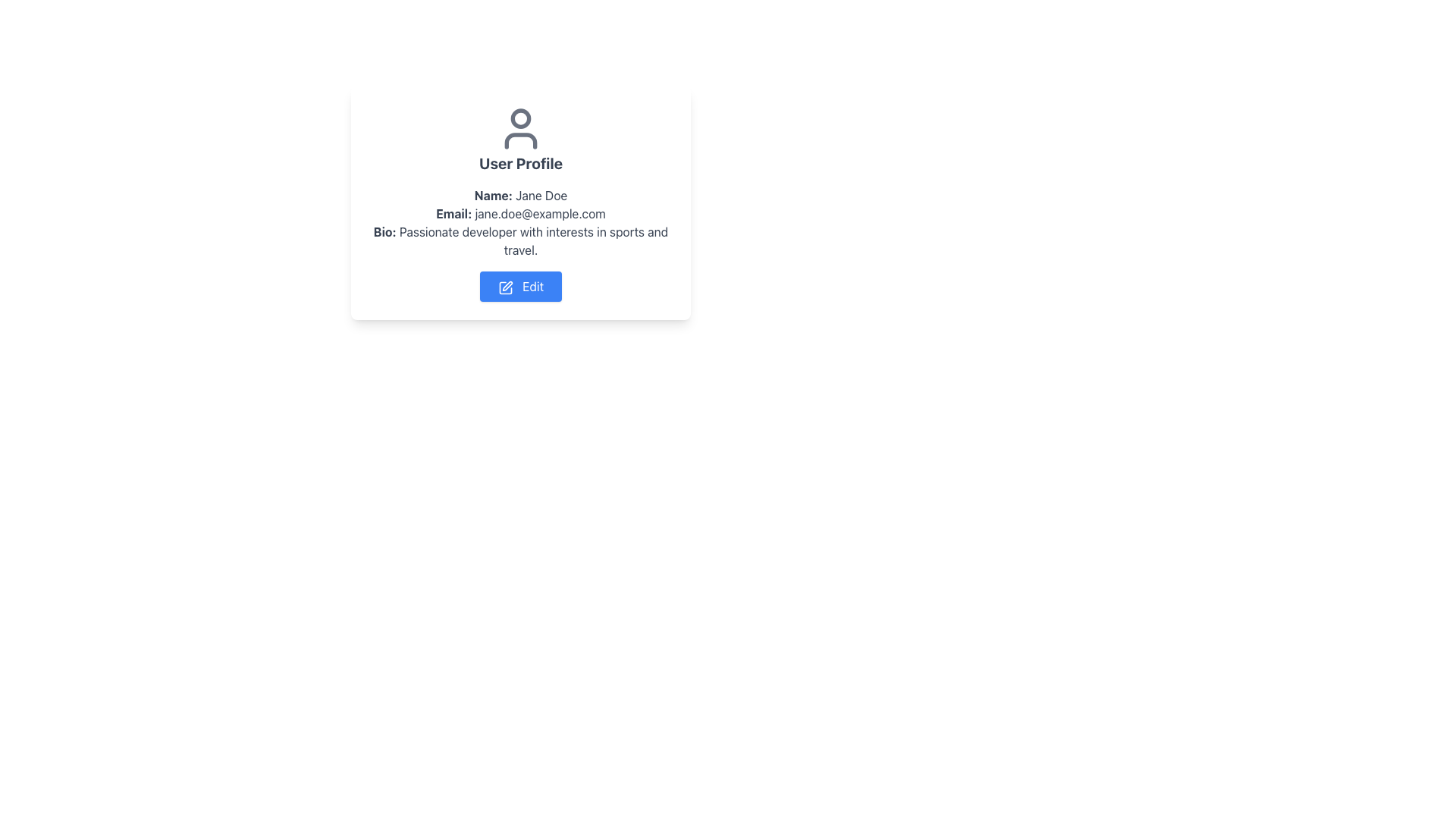 The image size is (1456, 819). Describe the element at coordinates (506, 287) in the screenshot. I see `the decorative 'Edit' icon located to the left of the 'Edit' text within the button at the bottom of the user profile card` at that location.